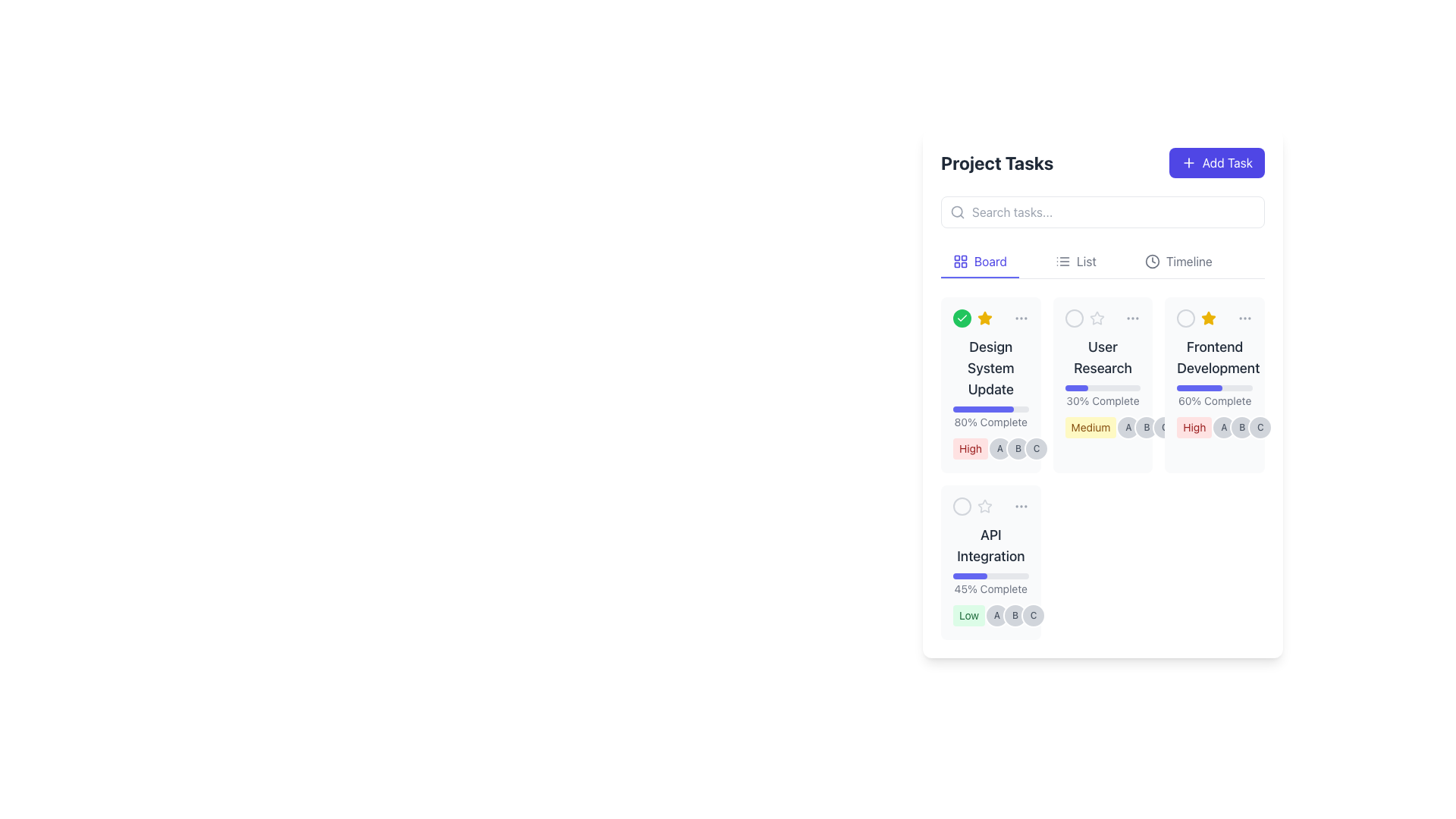  What do you see at coordinates (990, 369) in the screenshot?
I see `the task card using the title text label located at the top-center of the first task card under the 'Project Tasks' section` at bounding box center [990, 369].